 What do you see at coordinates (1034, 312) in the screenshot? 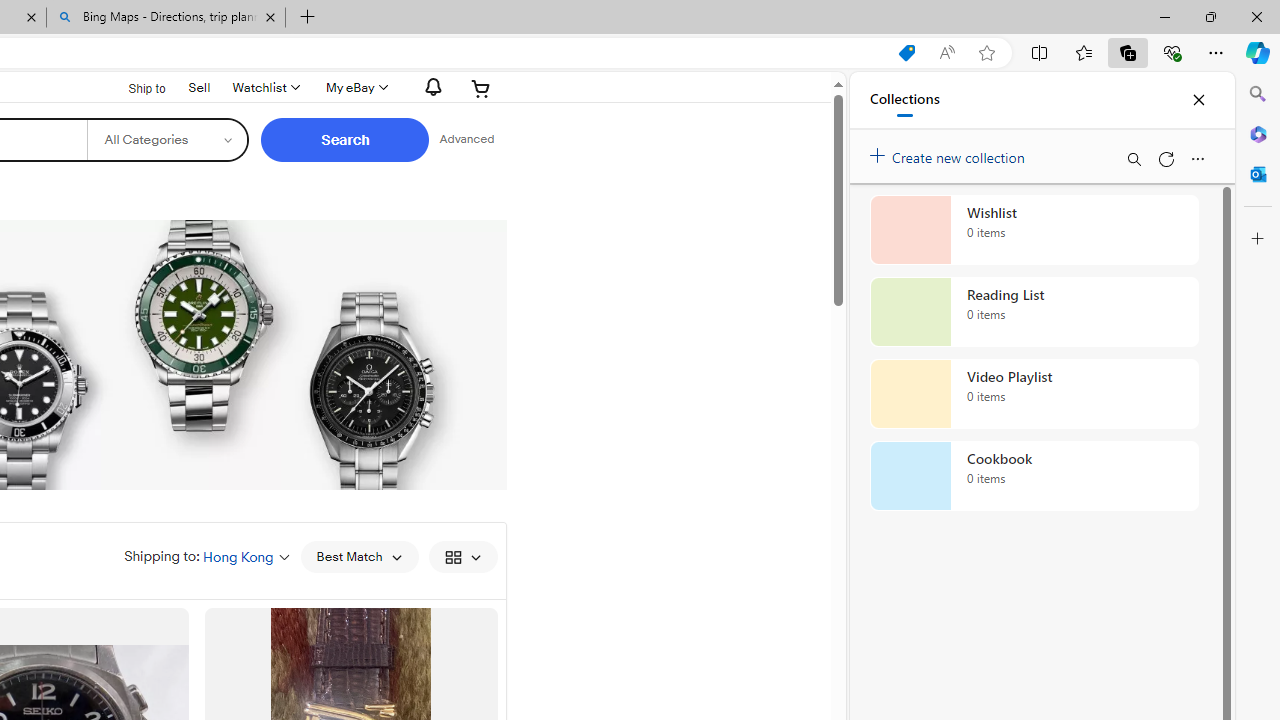
I see `'Reading List collection, 0 items'` at bounding box center [1034, 312].